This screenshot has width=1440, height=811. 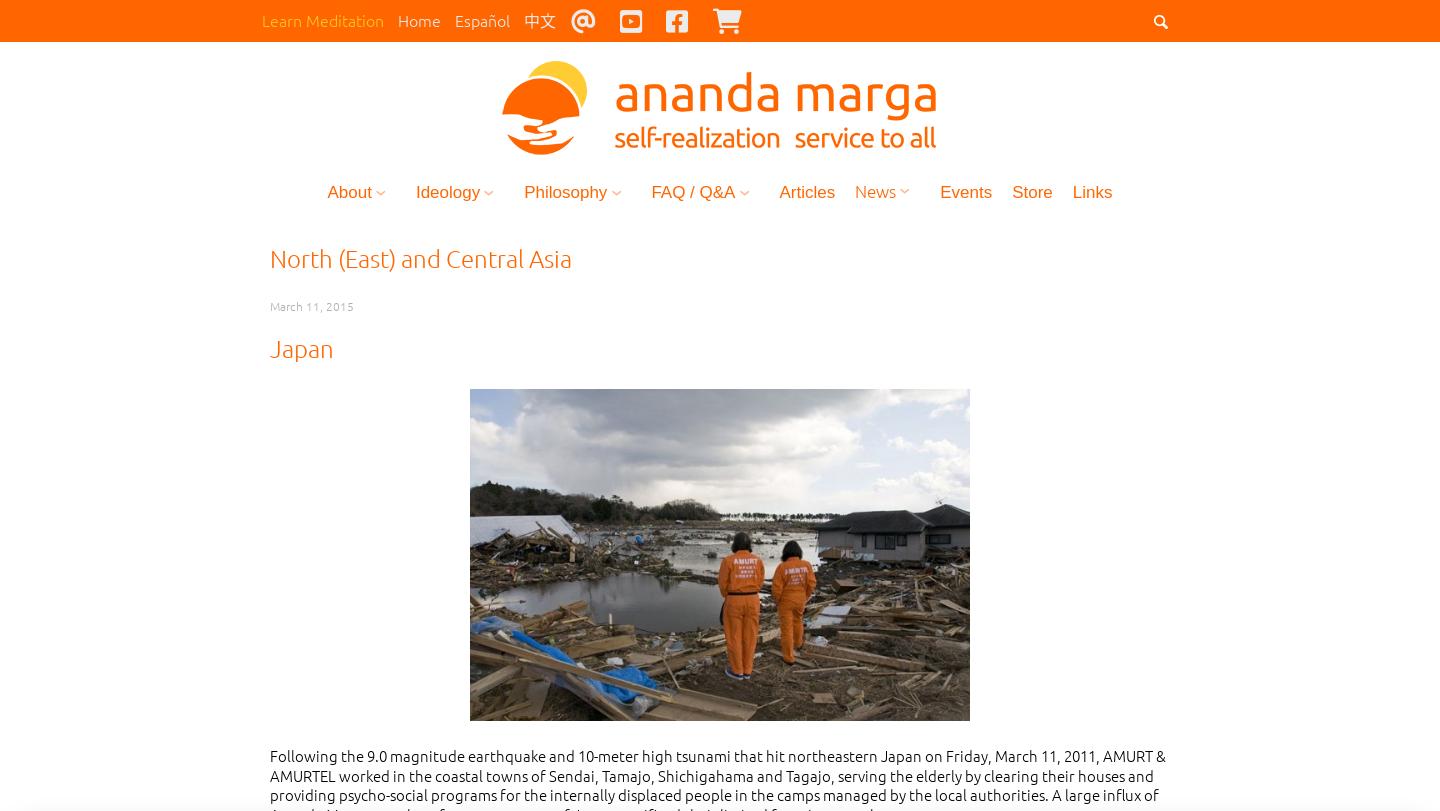 I want to click on 'Articles', so click(x=806, y=194).